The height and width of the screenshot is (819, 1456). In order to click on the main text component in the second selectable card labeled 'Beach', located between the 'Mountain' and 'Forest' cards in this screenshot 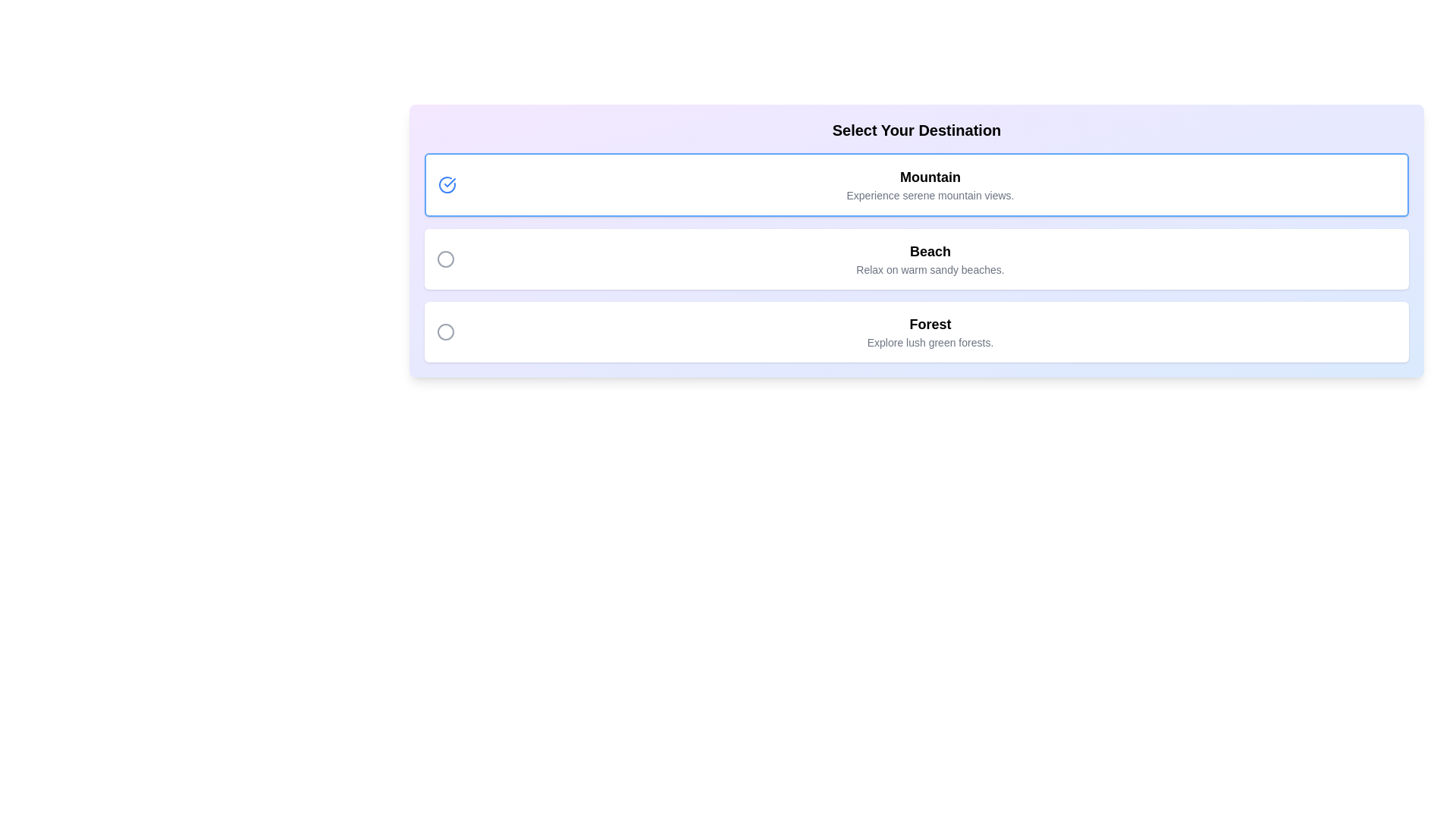, I will do `click(930, 259)`.